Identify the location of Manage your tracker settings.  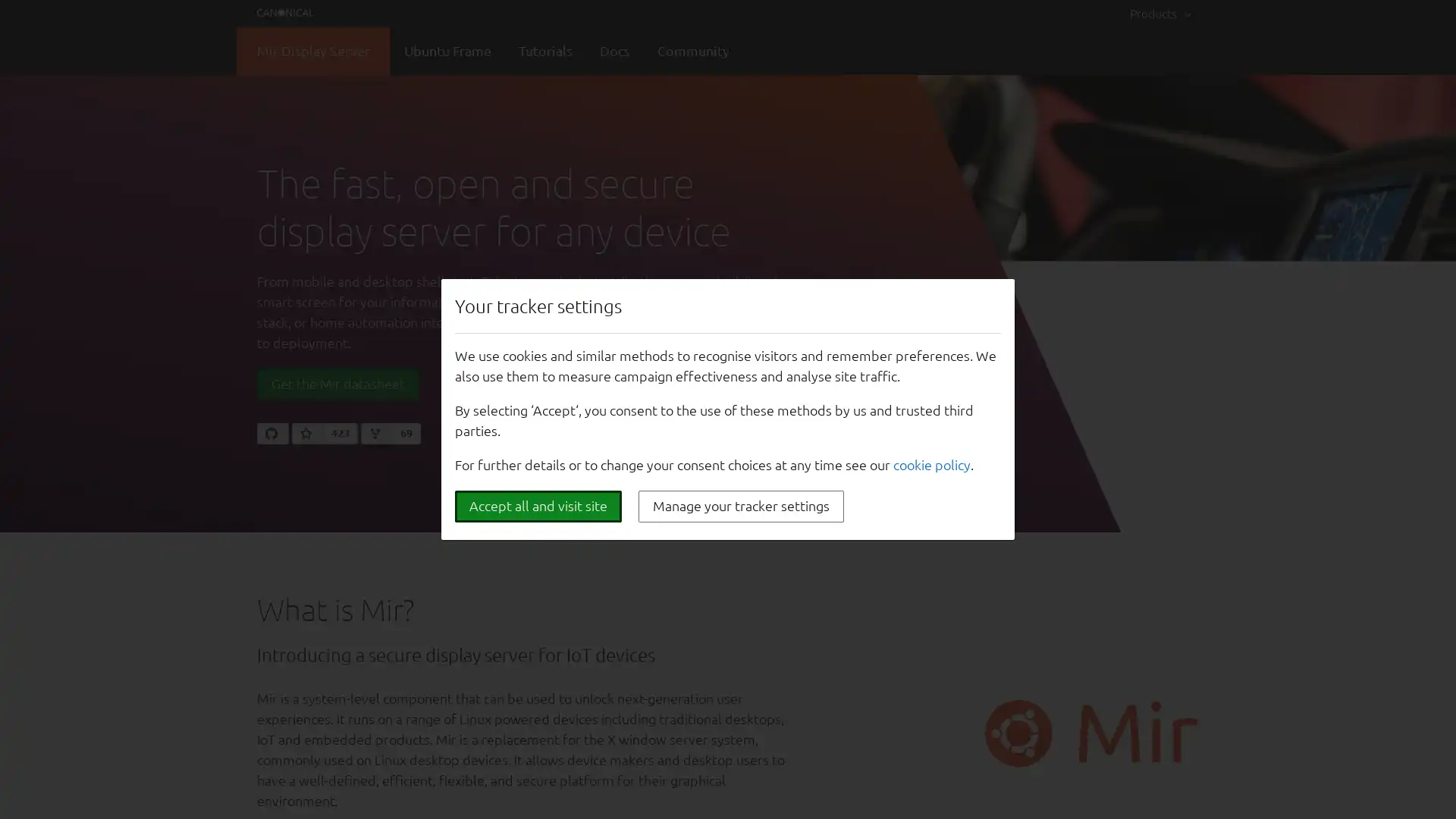
(741, 506).